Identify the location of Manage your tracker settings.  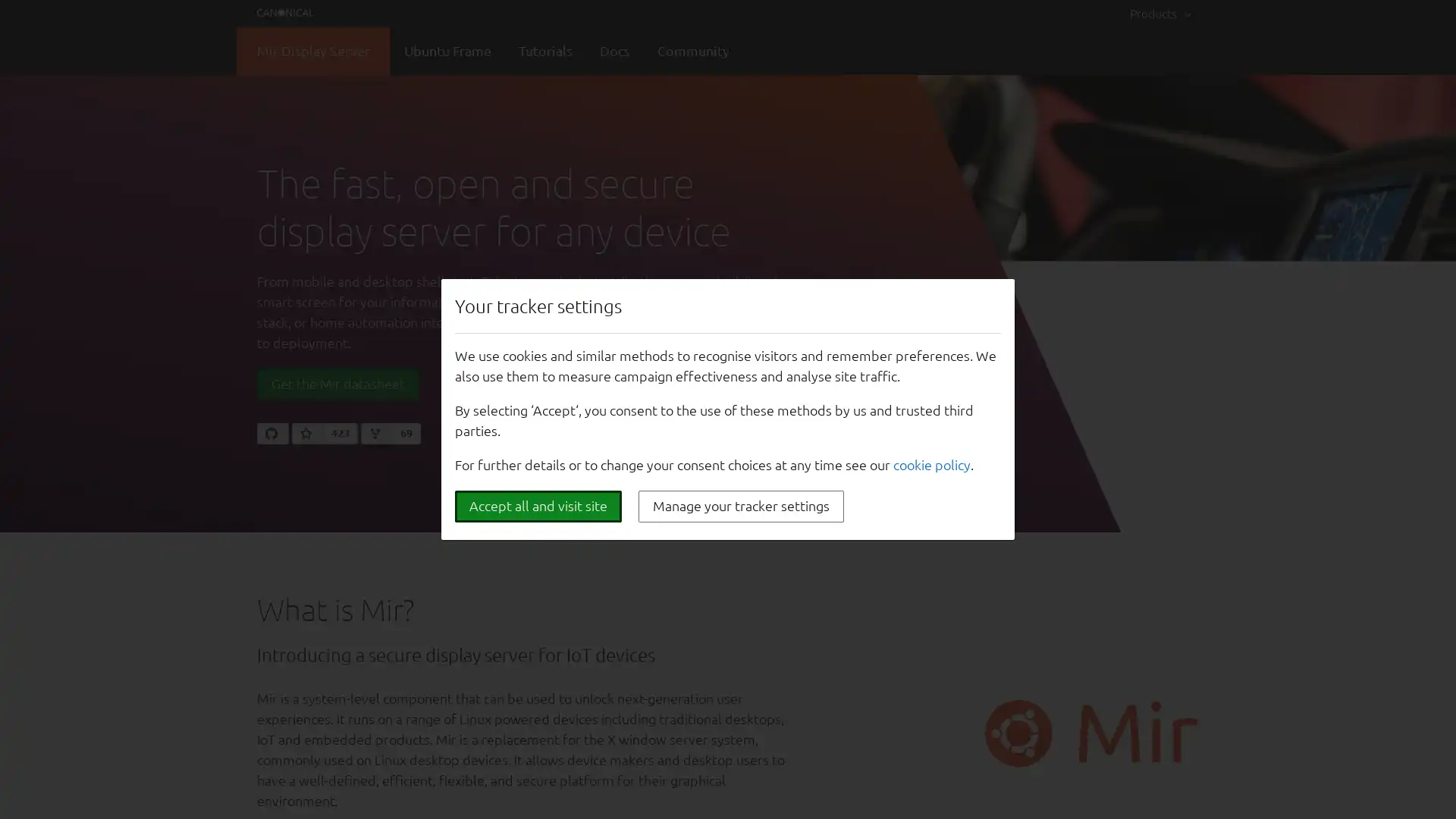
(741, 506).